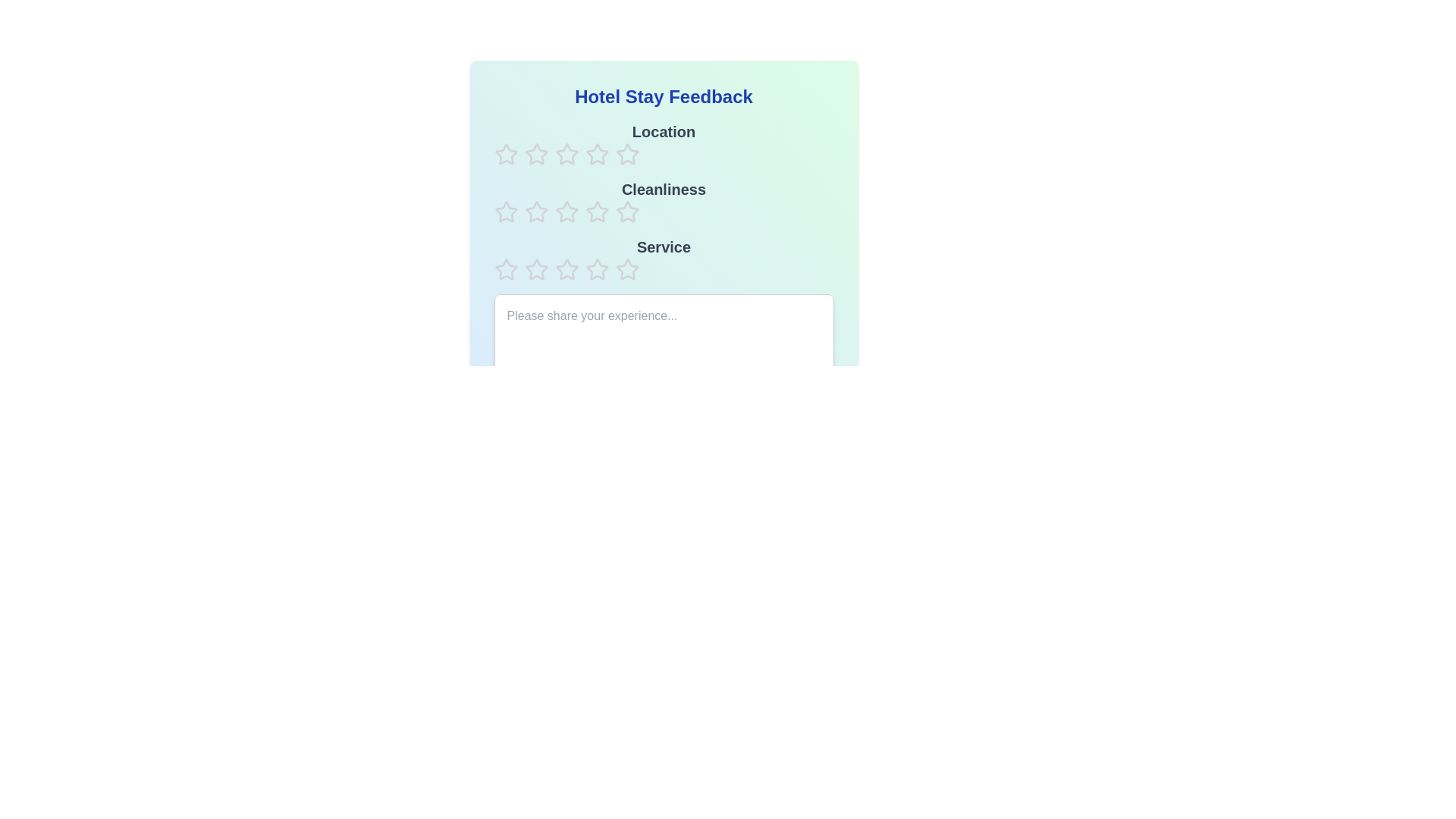 The width and height of the screenshot is (1456, 819). I want to click on the fourth star in the 'Service' section of the feedback form, which represents a rating option in a 5-star rating system, so click(566, 268).